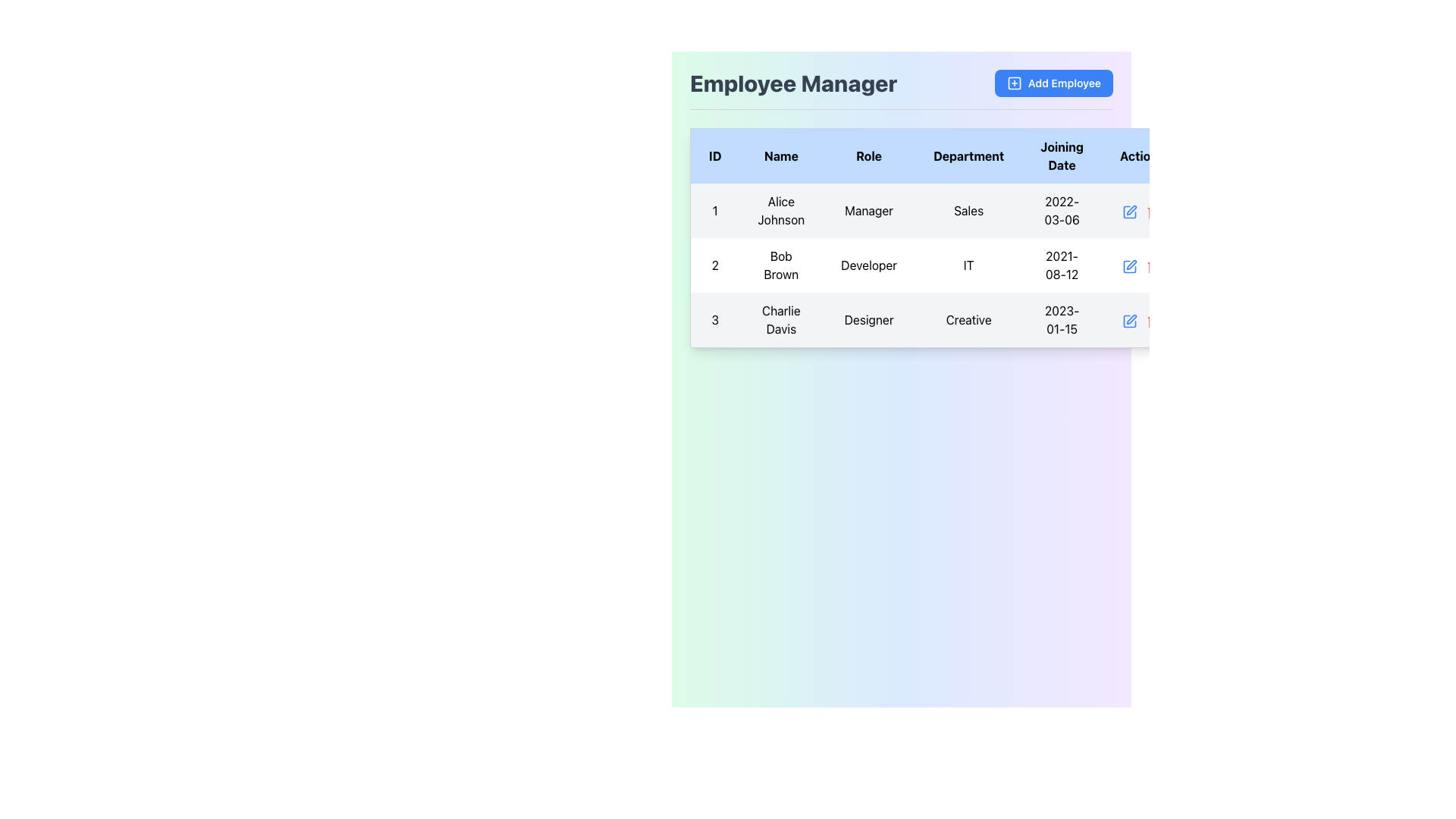 This screenshot has height=819, width=1456. Describe the element at coordinates (869, 210) in the screenshot. I see `the static text cell displaying the job title of the individual in the first row of the table, located in the third column between 'Alice Johnson' and 'Sales'` at that location.